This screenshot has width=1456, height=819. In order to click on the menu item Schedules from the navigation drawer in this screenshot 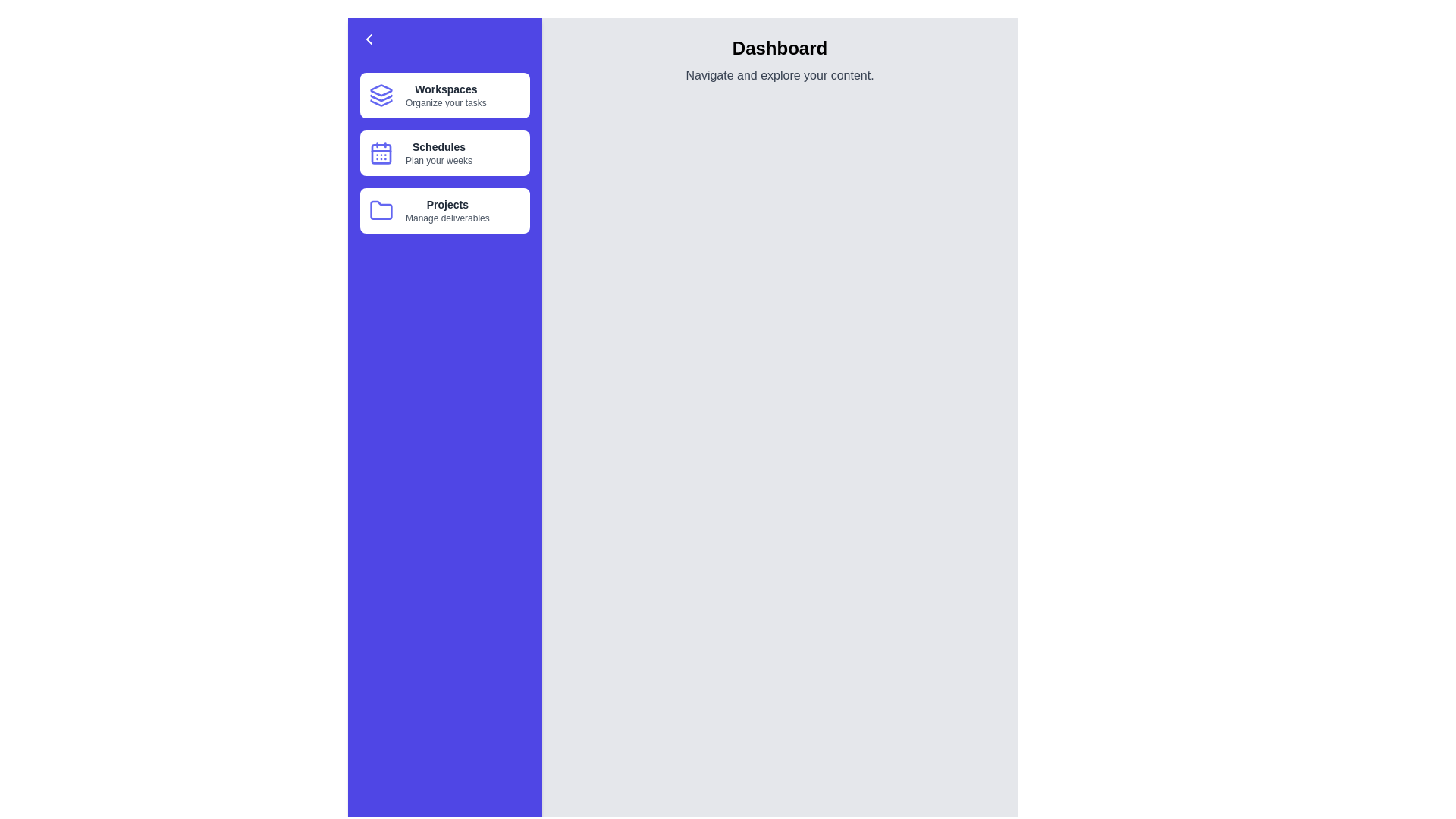, I will do `click(444, 152)`.